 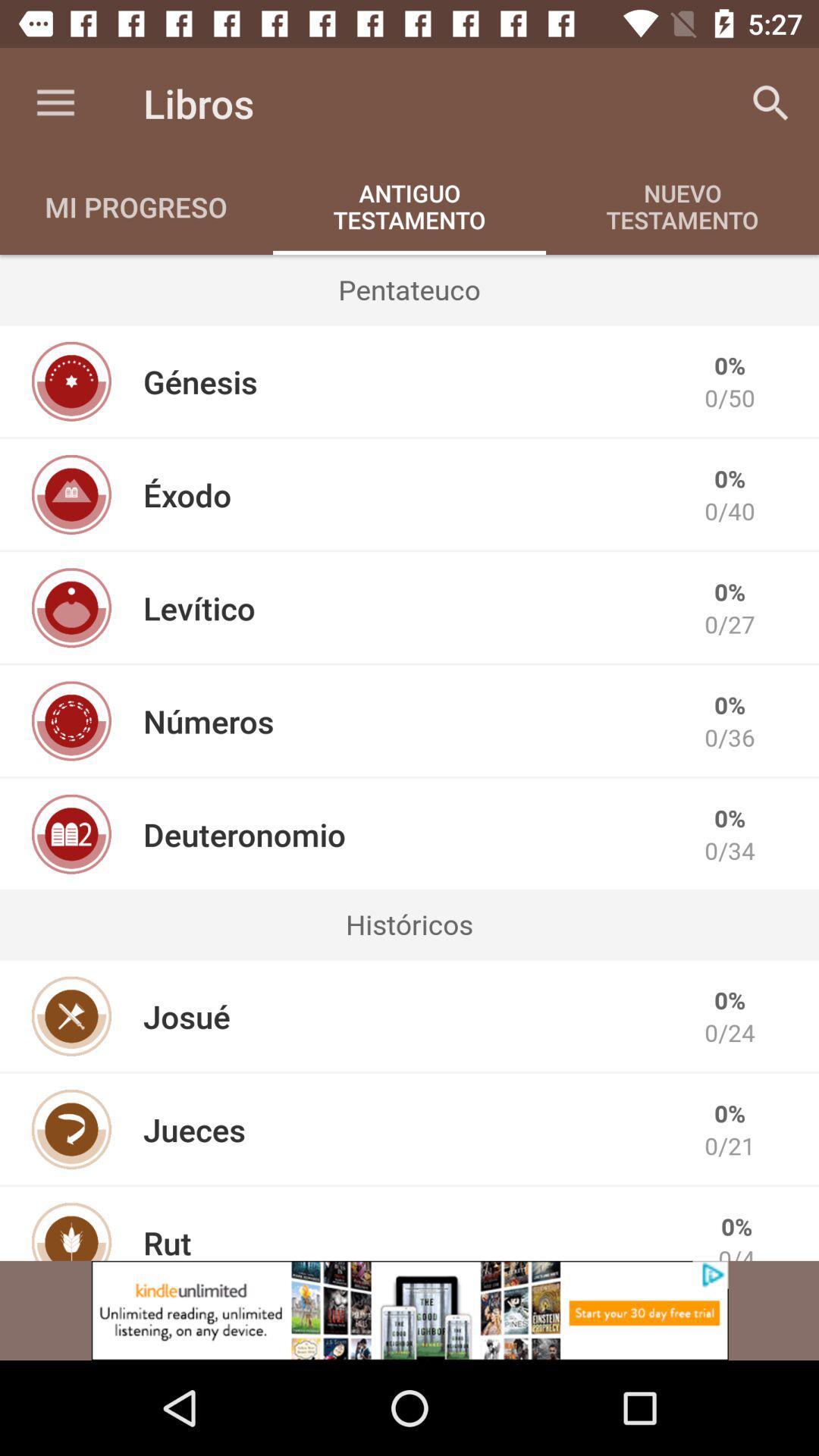 I want to click on the item to the left of the 0/21 item, so click(x=193, y=1129).